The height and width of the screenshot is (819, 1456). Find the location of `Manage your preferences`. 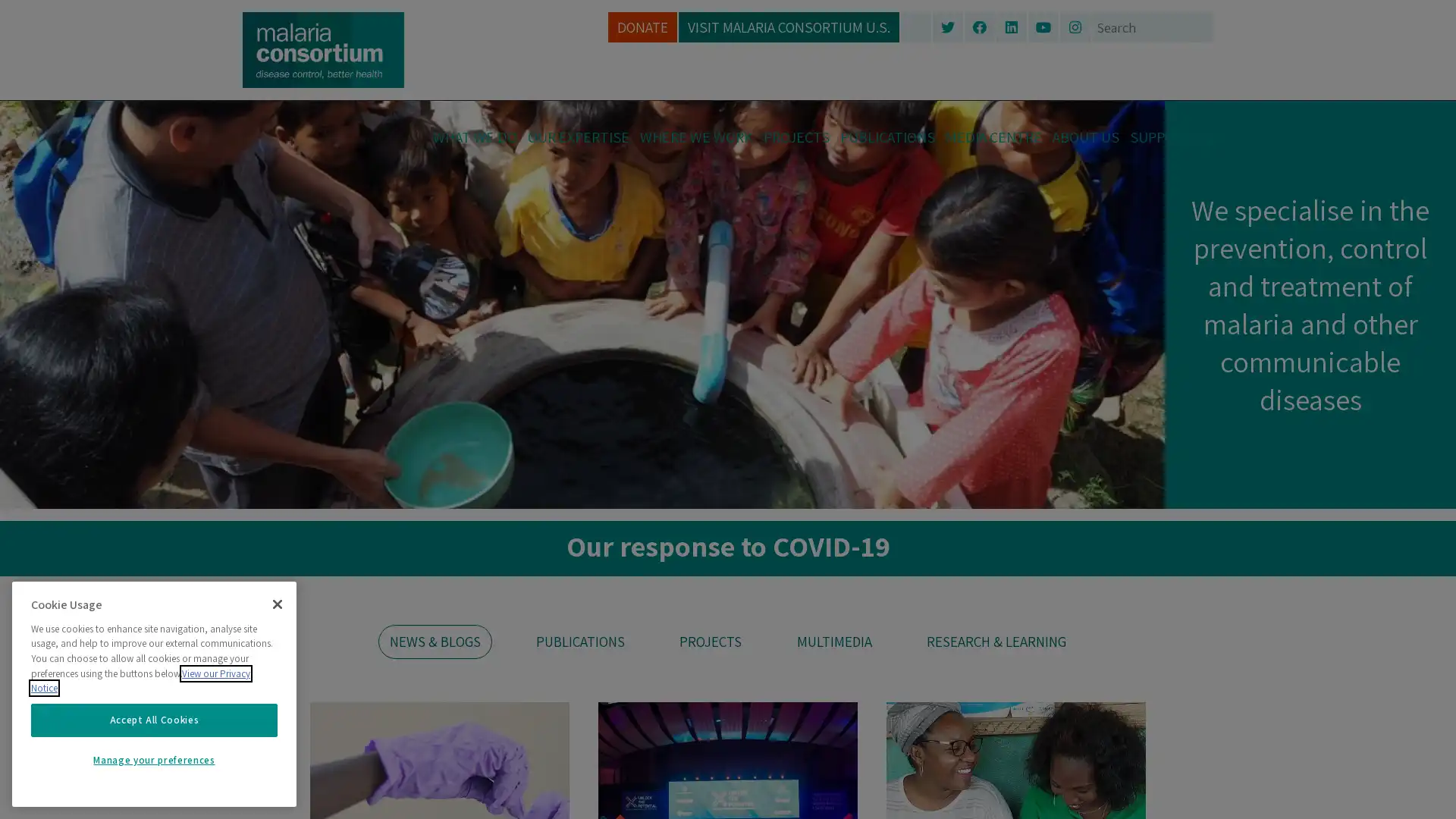

Manage your preferences is located at coordinates (154, 760).